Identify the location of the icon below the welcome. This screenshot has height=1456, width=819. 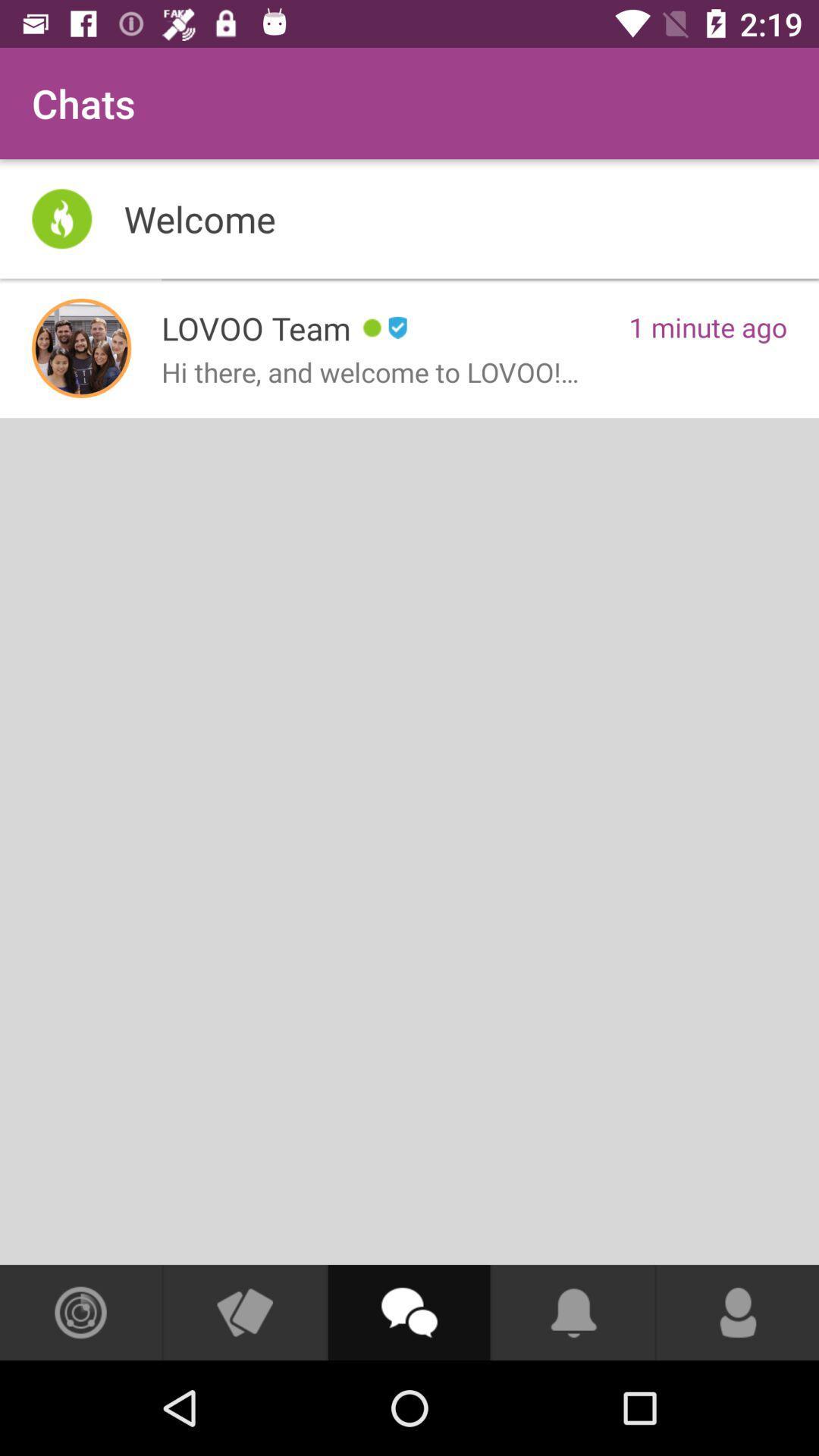
(81, 347).